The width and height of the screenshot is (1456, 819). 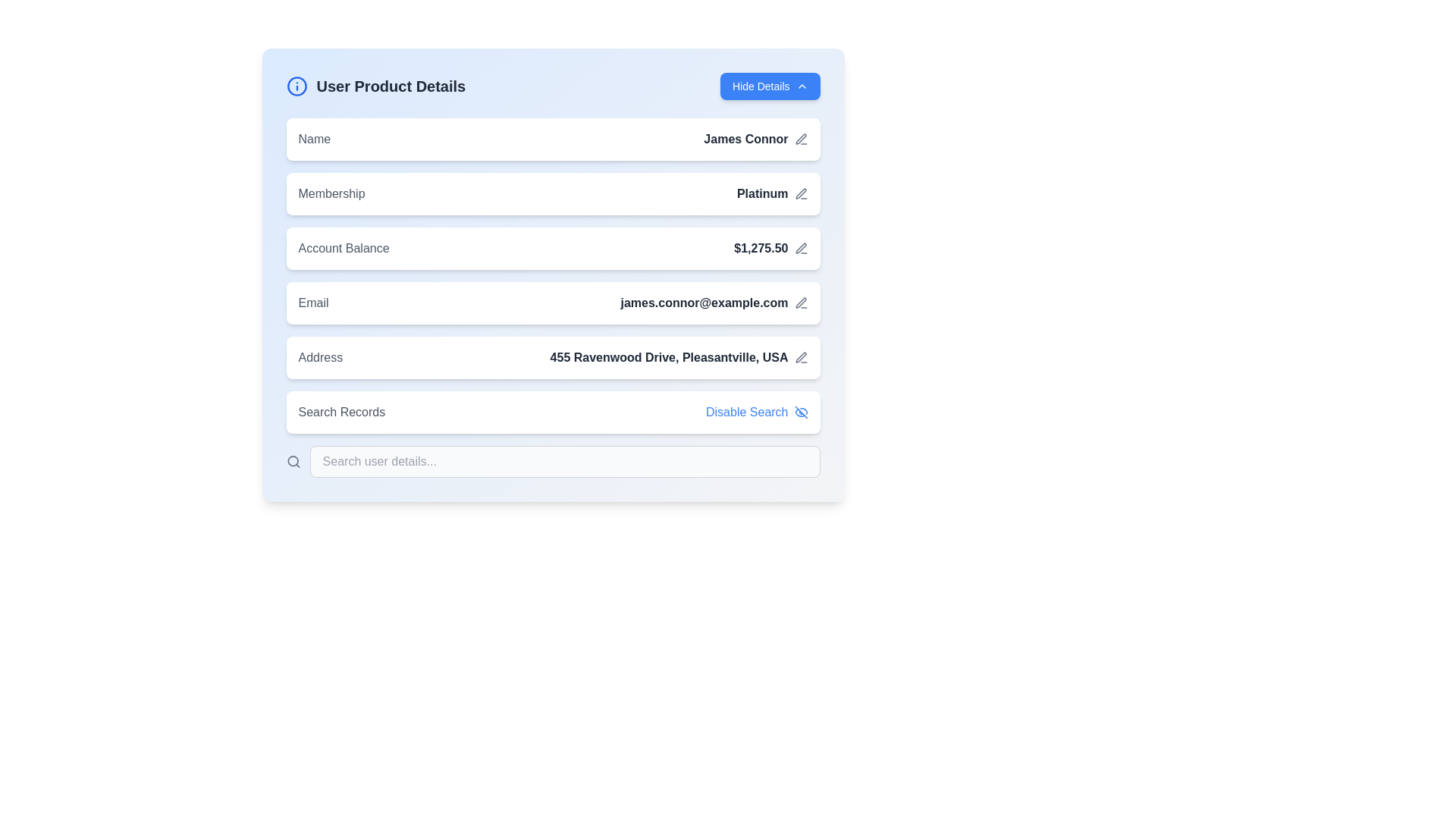 What do you see at coordinates (319, 357) in the screenshot?
I see `the static text label displaying 'Address', which is in a gray, medium-weight font and positioned to the left of the address value '455 Ravenwood Drive, Pleasantville, USA'` at bounding box center [319, 357].